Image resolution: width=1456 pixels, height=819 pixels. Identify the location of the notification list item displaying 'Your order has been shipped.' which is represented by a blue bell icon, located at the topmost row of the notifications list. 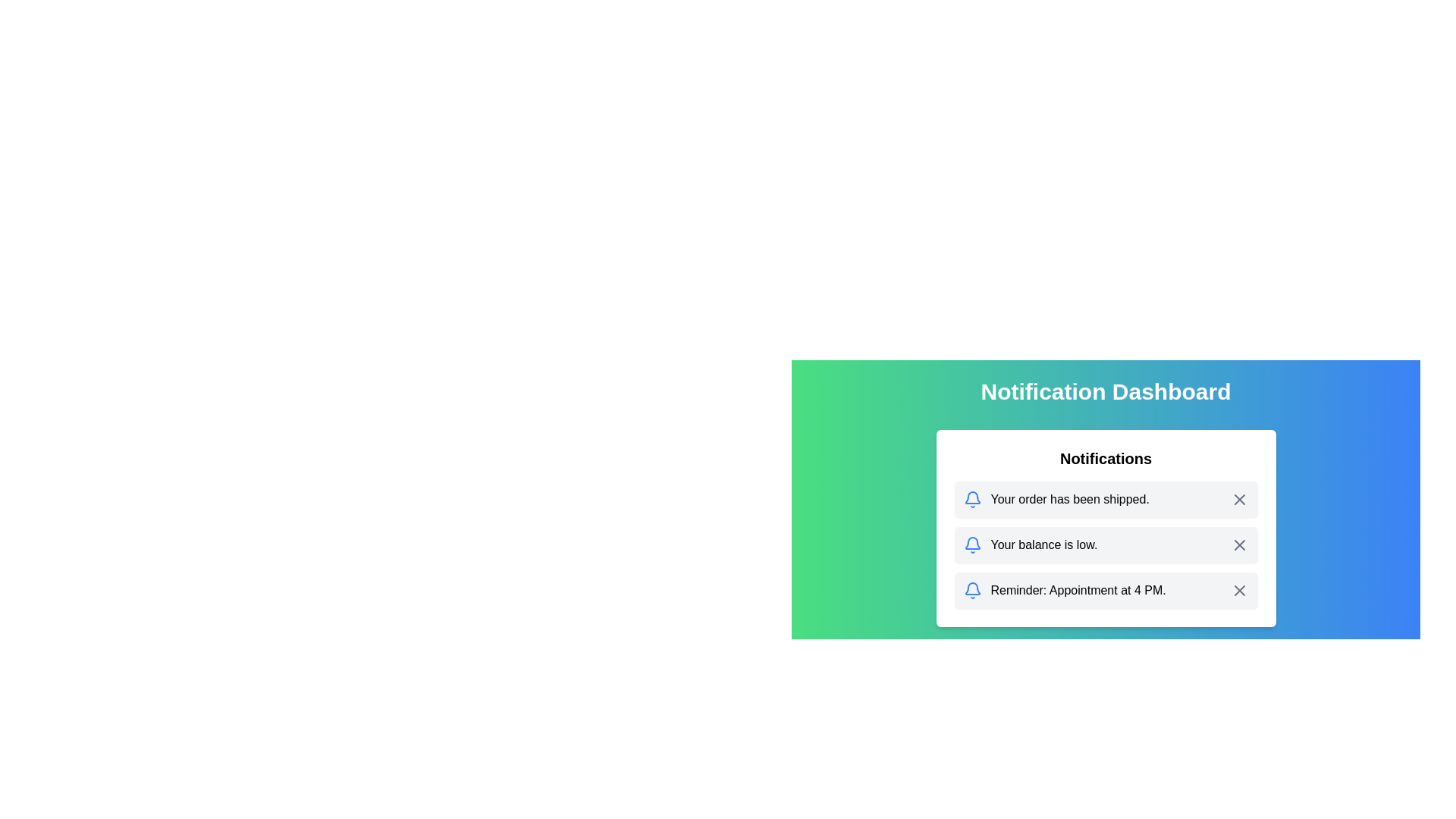
(1056, 500).